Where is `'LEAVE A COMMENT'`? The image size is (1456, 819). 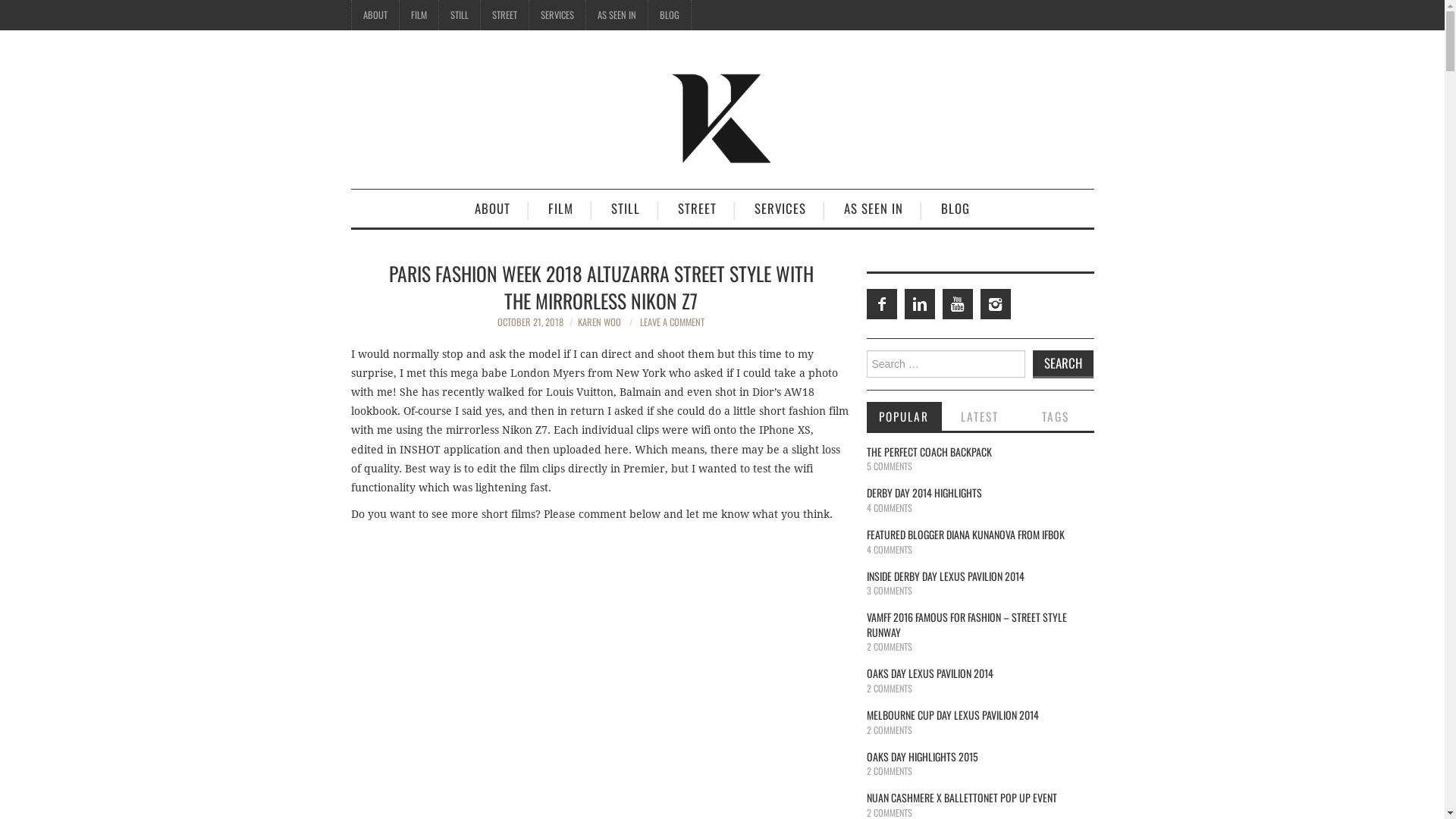
'LEAVE A COMMENT' is located at coordinates (671, 321).